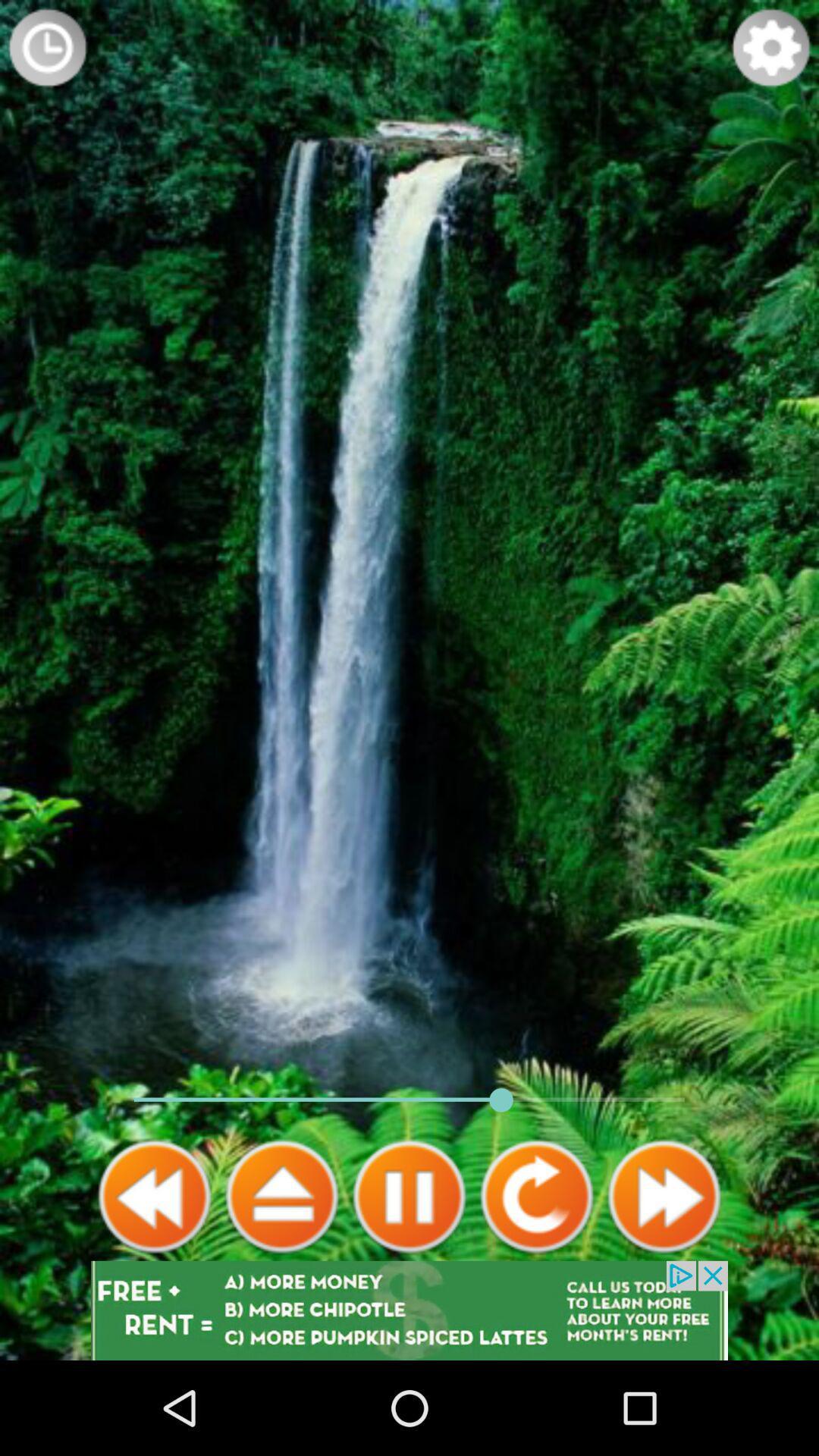 This screenshot has width=819, height=1456. I want to click on fast forward, so click(663, 1196).